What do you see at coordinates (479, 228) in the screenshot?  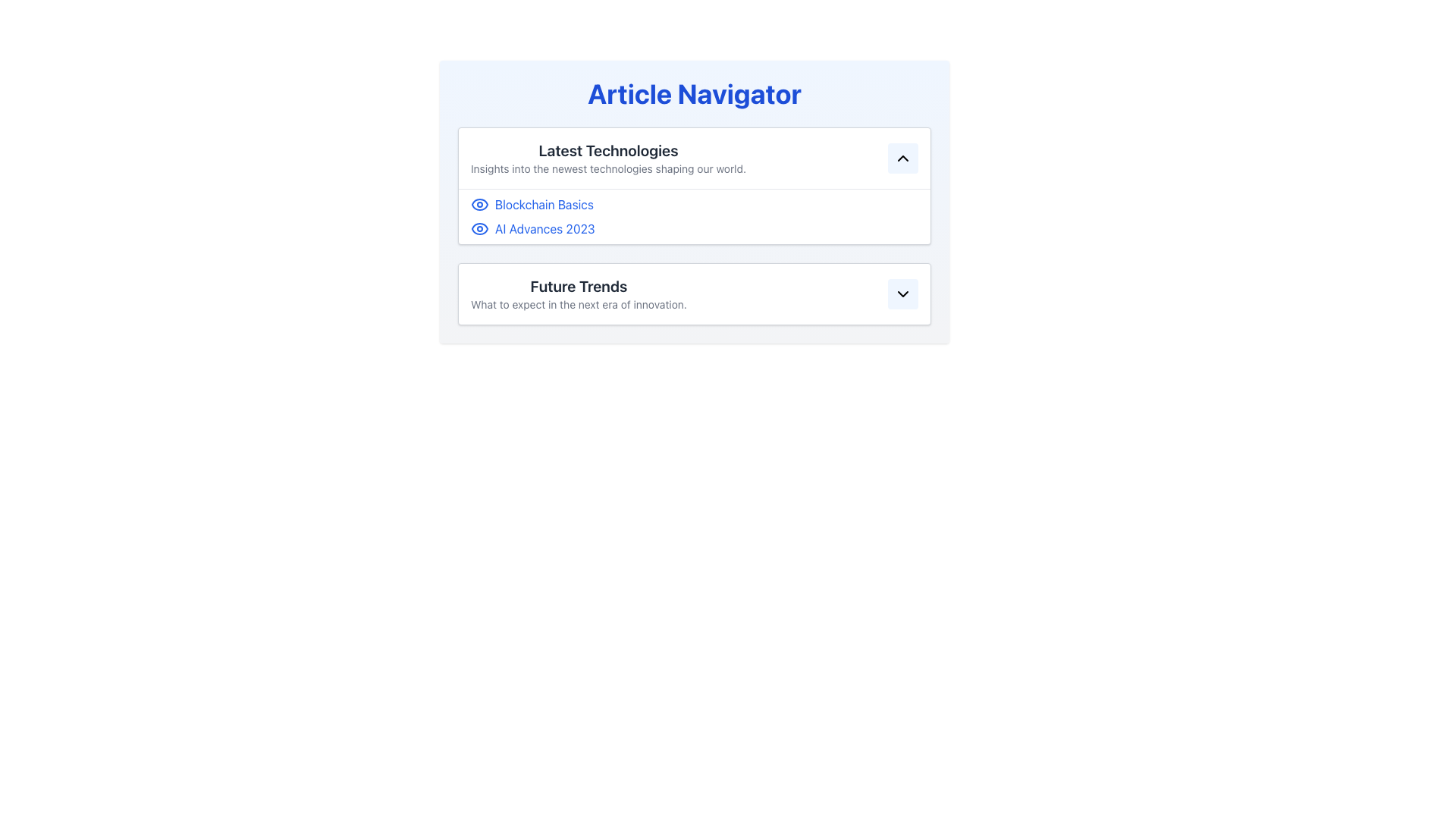 I see `the icon indicating the preview or visibility option related to the 'AI Advances 2023' article link, located to the left of the hyperlink text in the 'Latest Technologies' section of the 'Article Navigator'` at bounding box center [479, 228].